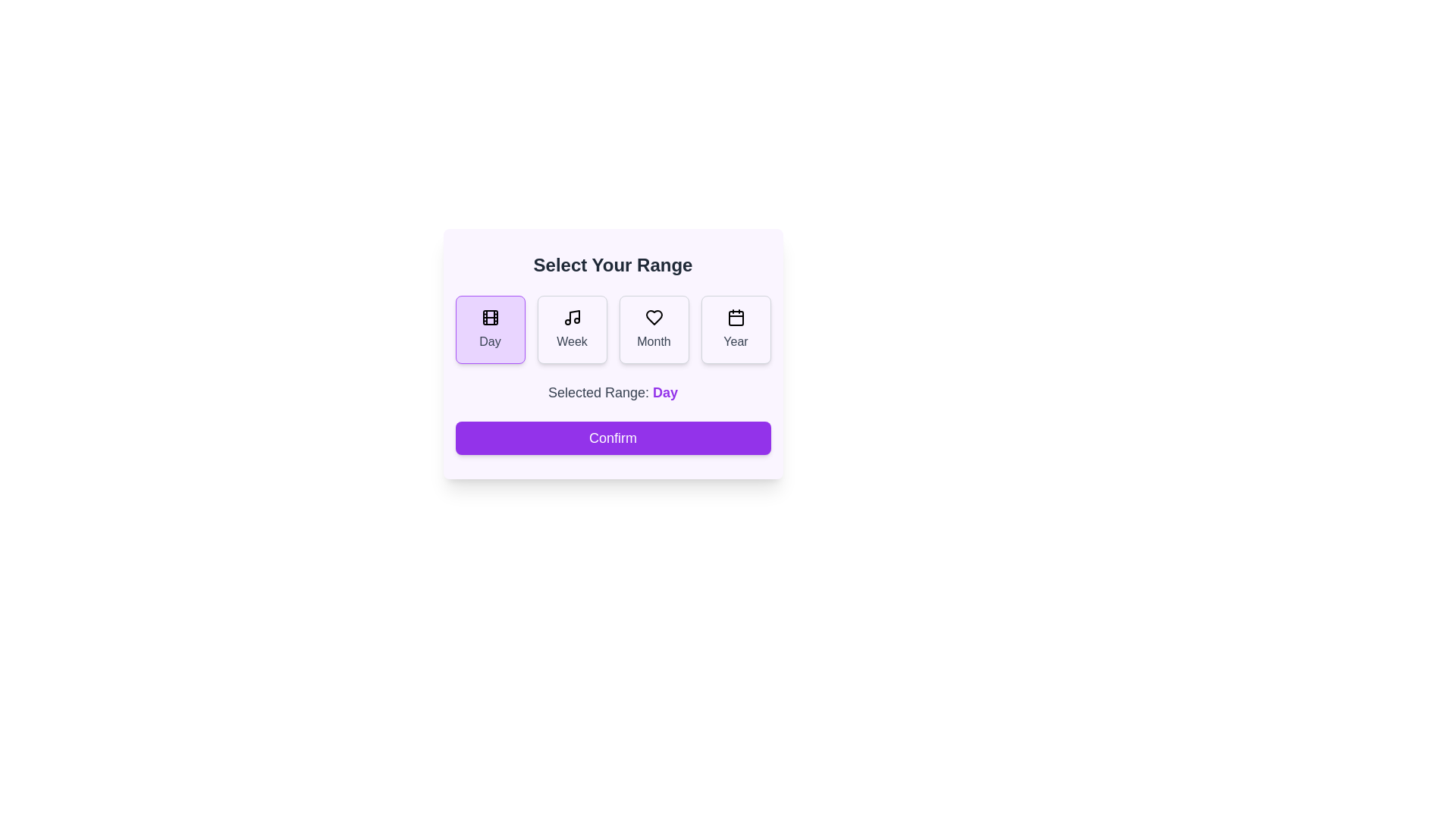 This screenshot has height=819, width=1456. Describe the element at coordinates (736, 342) in the screenshot. I see `the 'Year' text label, which serves as a descriptive label for the 'Year' selection option, located within the fourth interactive option from the left on the 'Select Your Range' panel` at that location.